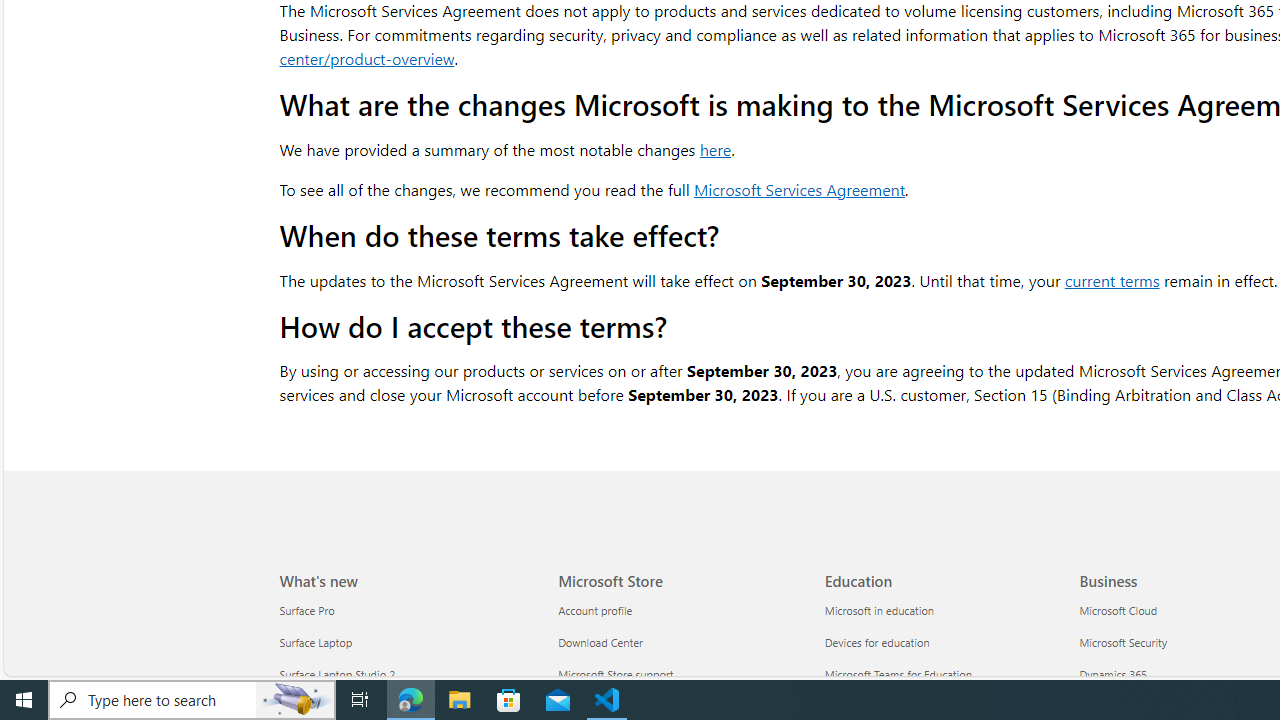 The width and height of the screenshot is (1280, 720). I want to click on 'Microsoft Store support Microsoft Store', so click(615, 675).